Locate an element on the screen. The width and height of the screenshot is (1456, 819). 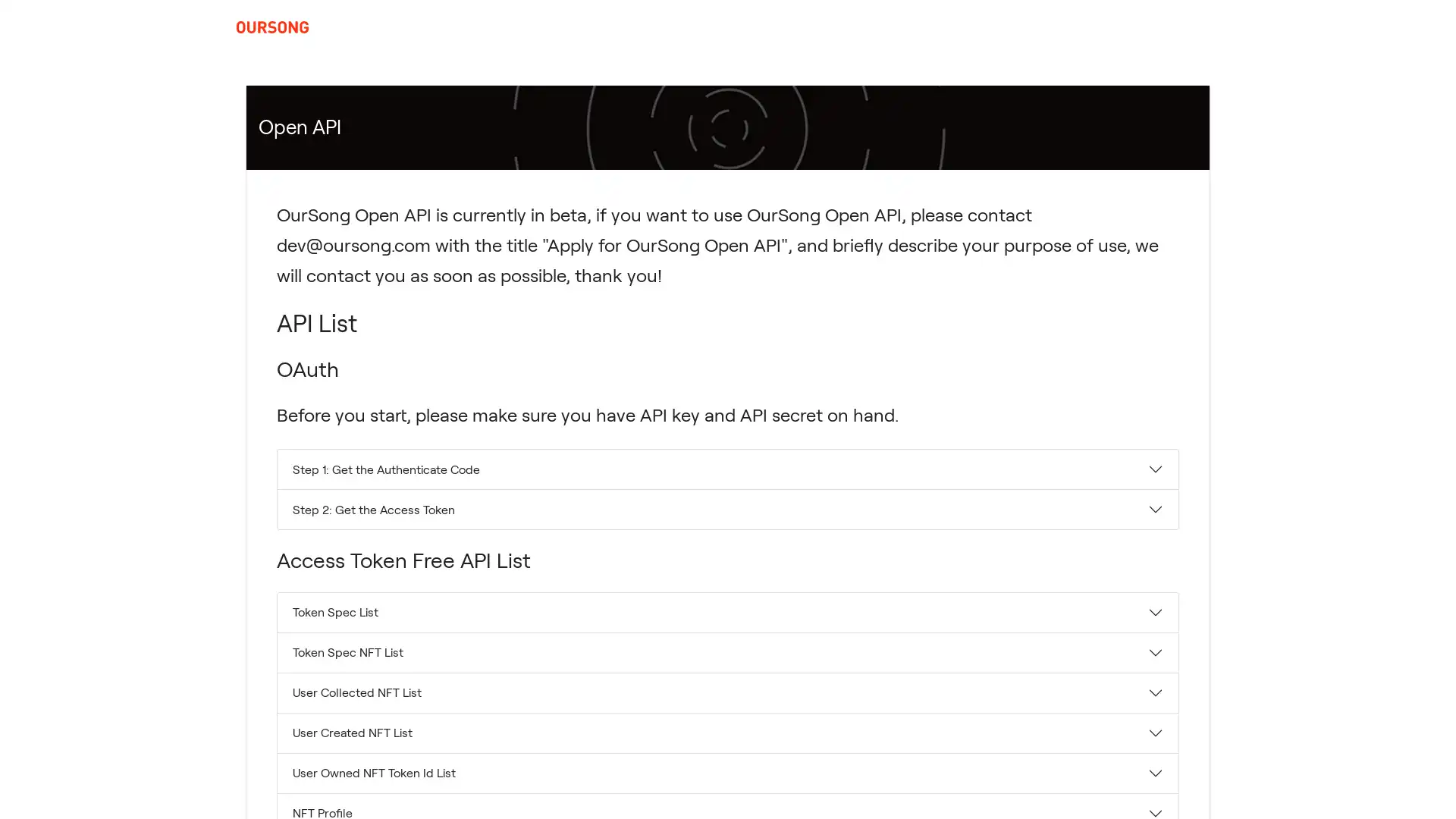
User Created NFT List is located at coordinates (728, 731).